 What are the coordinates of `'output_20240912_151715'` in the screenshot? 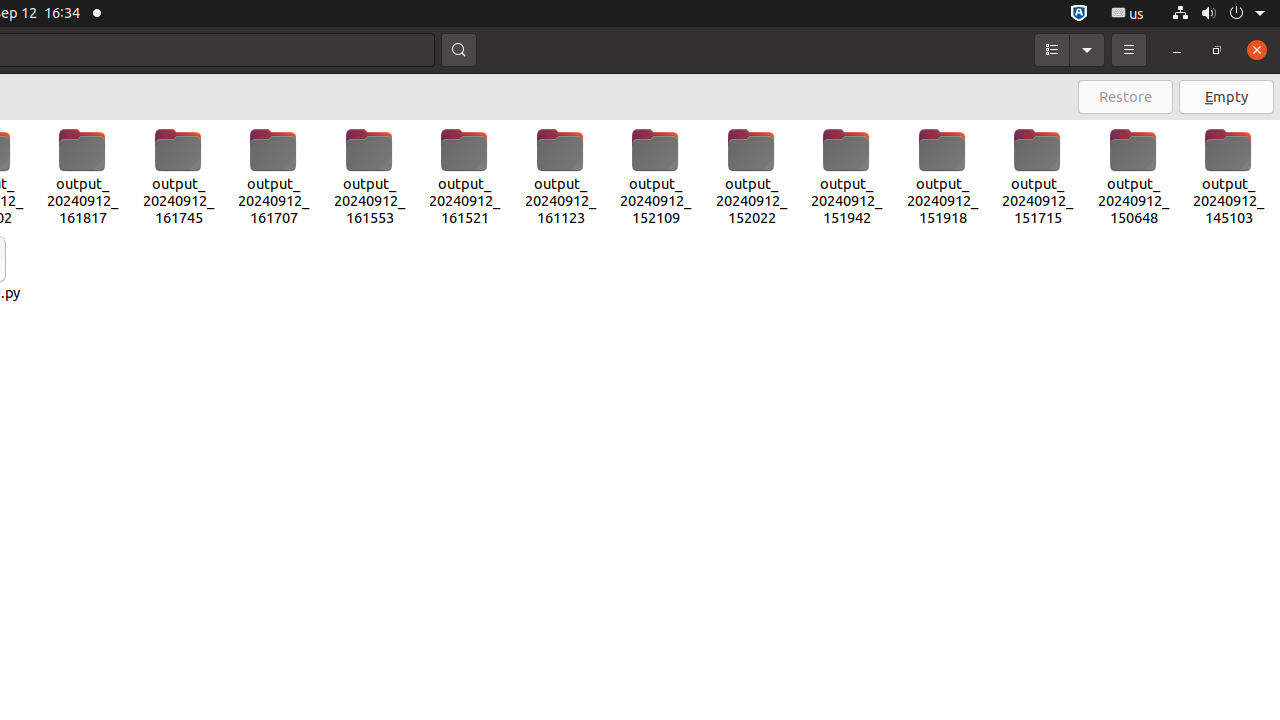 It's located at (1037, 176).